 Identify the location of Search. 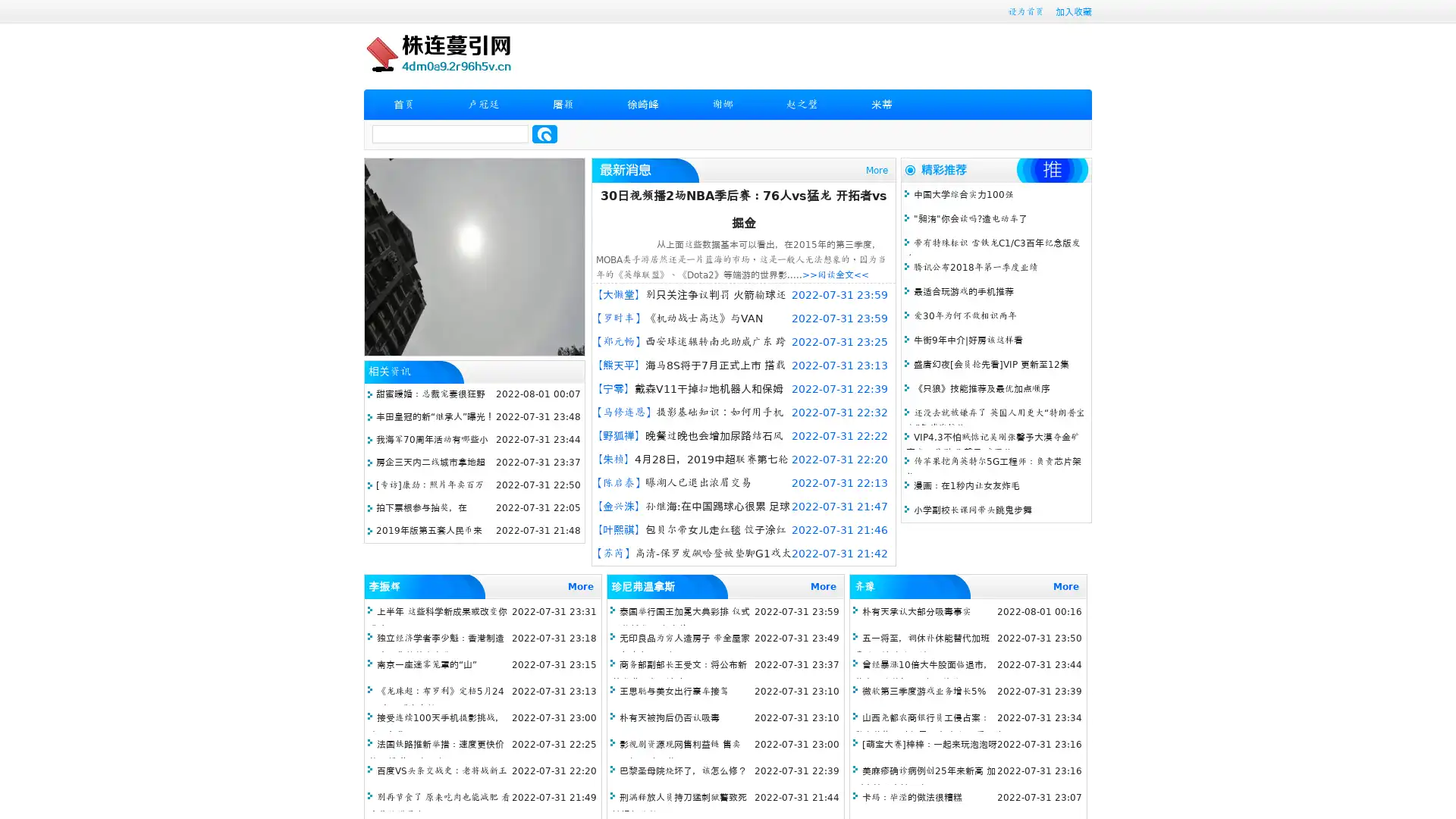
(544, 133).